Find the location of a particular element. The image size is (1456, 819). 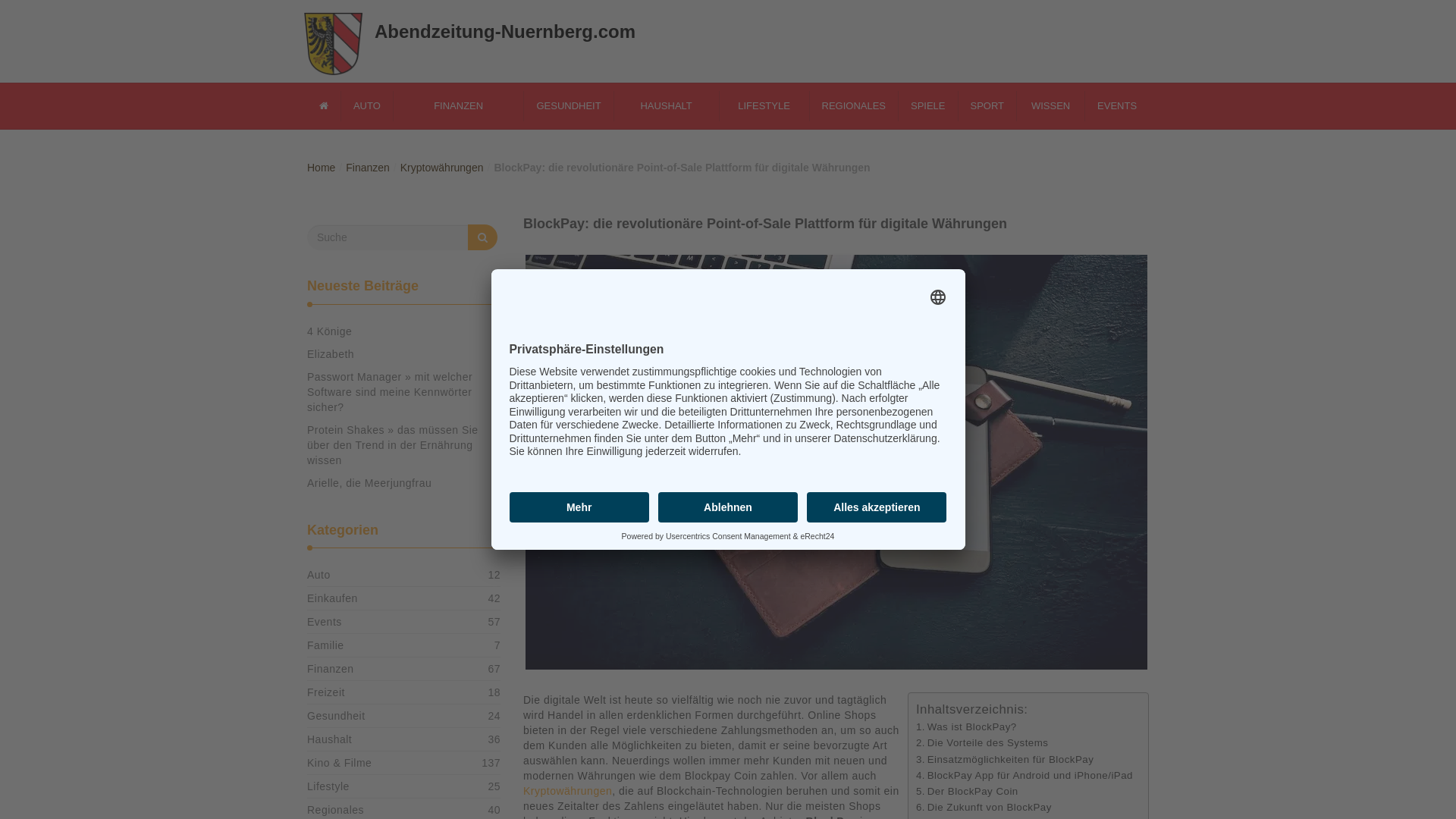

'Events is located at coordinates (306, 622).